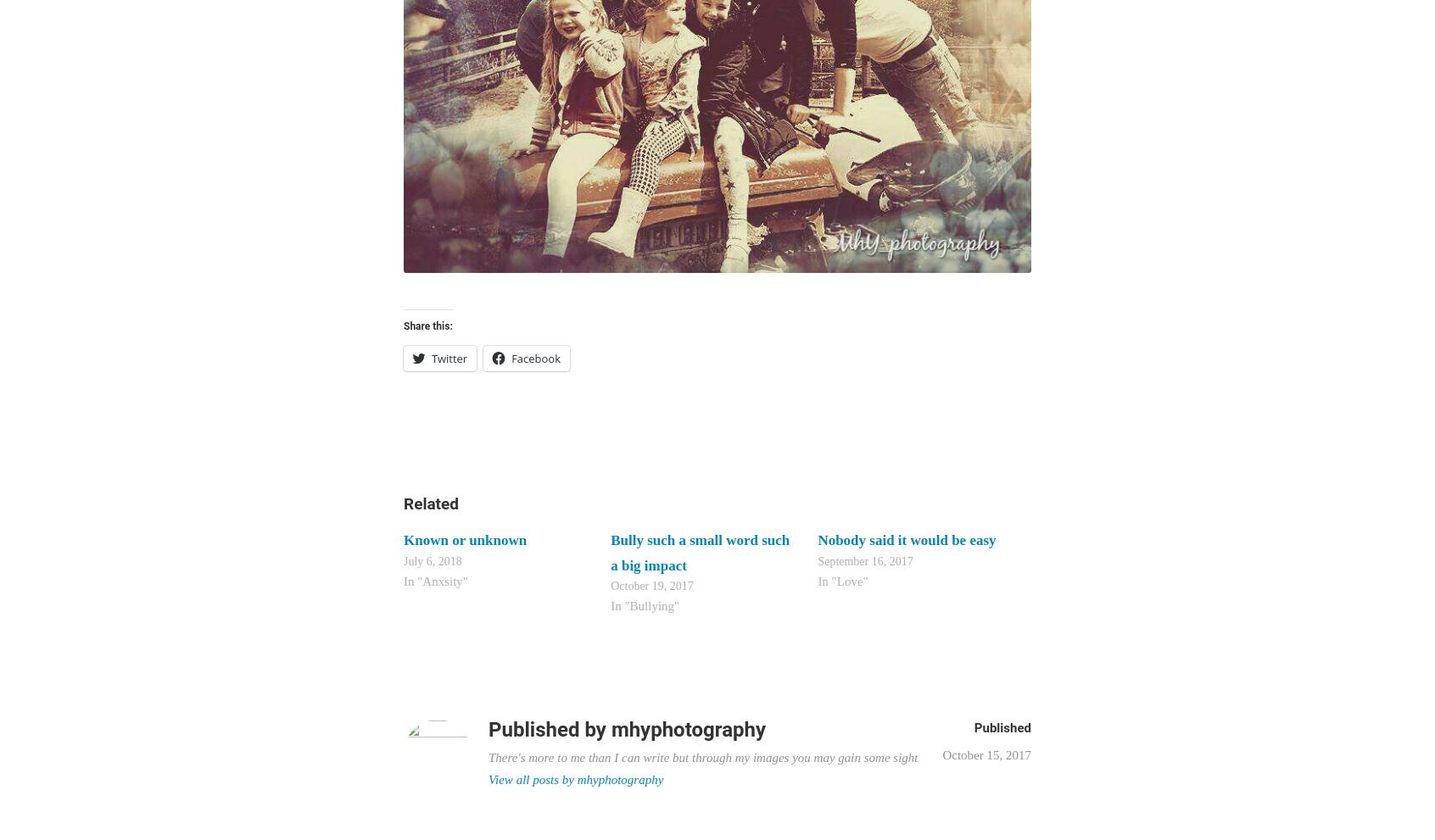 This screenshot has width=1435, height=840. What do you see at coordinates (986, 755) in the screenshot?
I see `'October 15, 2017'` at bounding box center [986, 755].